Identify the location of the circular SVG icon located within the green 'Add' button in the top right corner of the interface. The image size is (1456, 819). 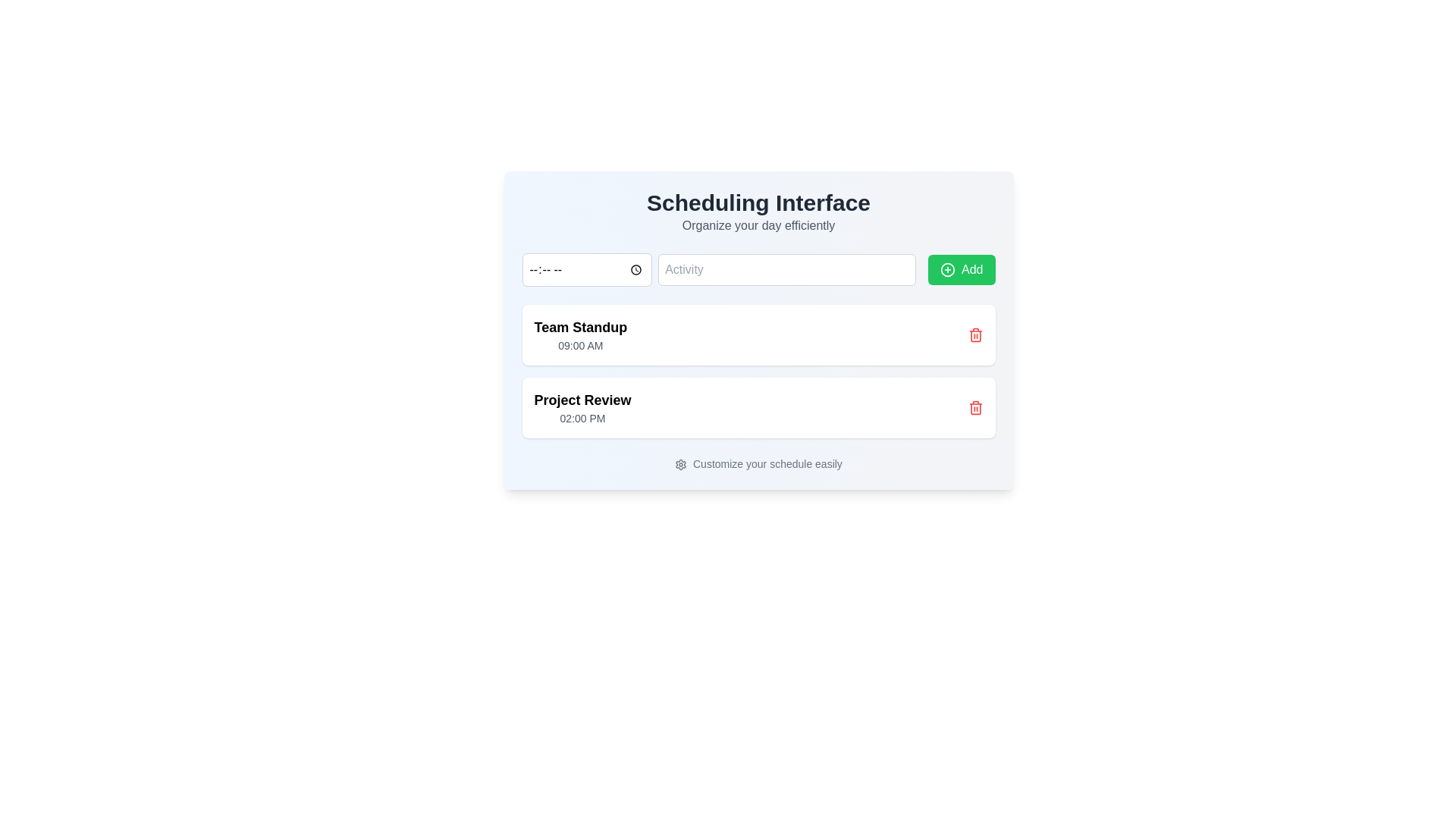
(946, 268).